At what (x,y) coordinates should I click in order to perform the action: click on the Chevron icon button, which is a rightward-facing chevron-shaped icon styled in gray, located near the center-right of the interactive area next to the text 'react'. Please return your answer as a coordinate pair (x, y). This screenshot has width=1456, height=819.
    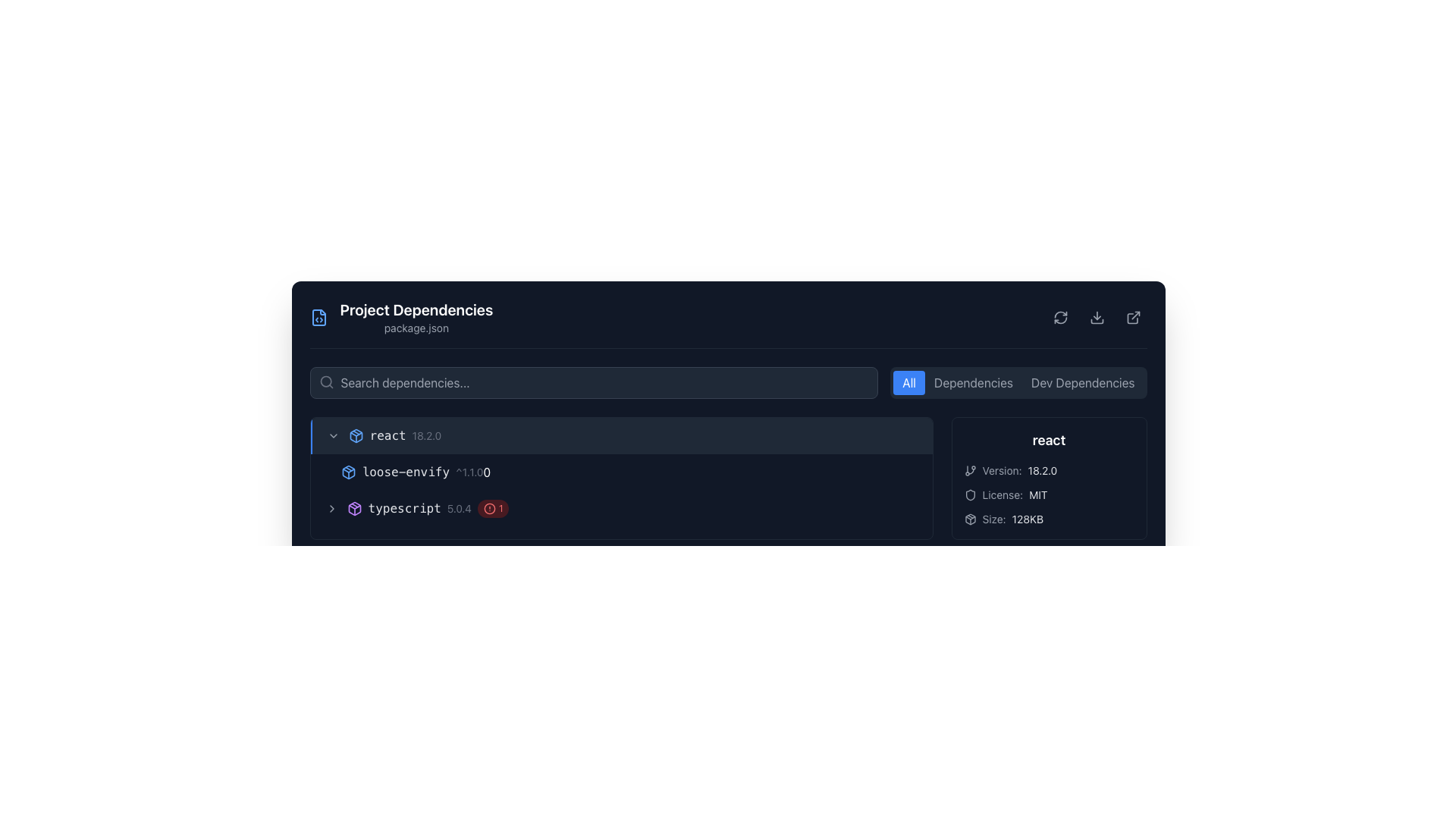
    Looking at the image, I should click on (331, 509).